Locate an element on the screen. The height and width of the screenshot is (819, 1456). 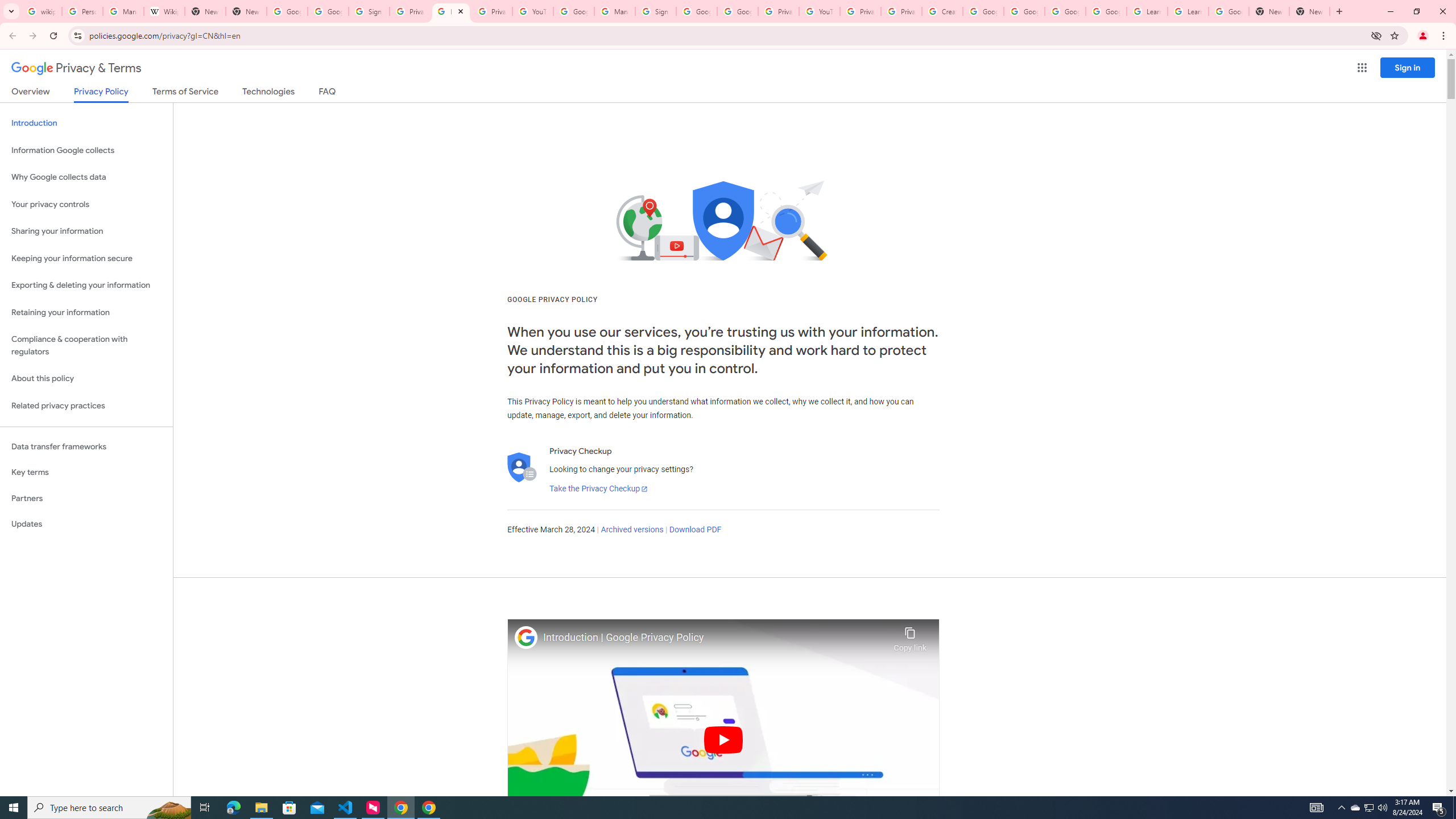
'Technologies' is located at coordinates (268, 93).